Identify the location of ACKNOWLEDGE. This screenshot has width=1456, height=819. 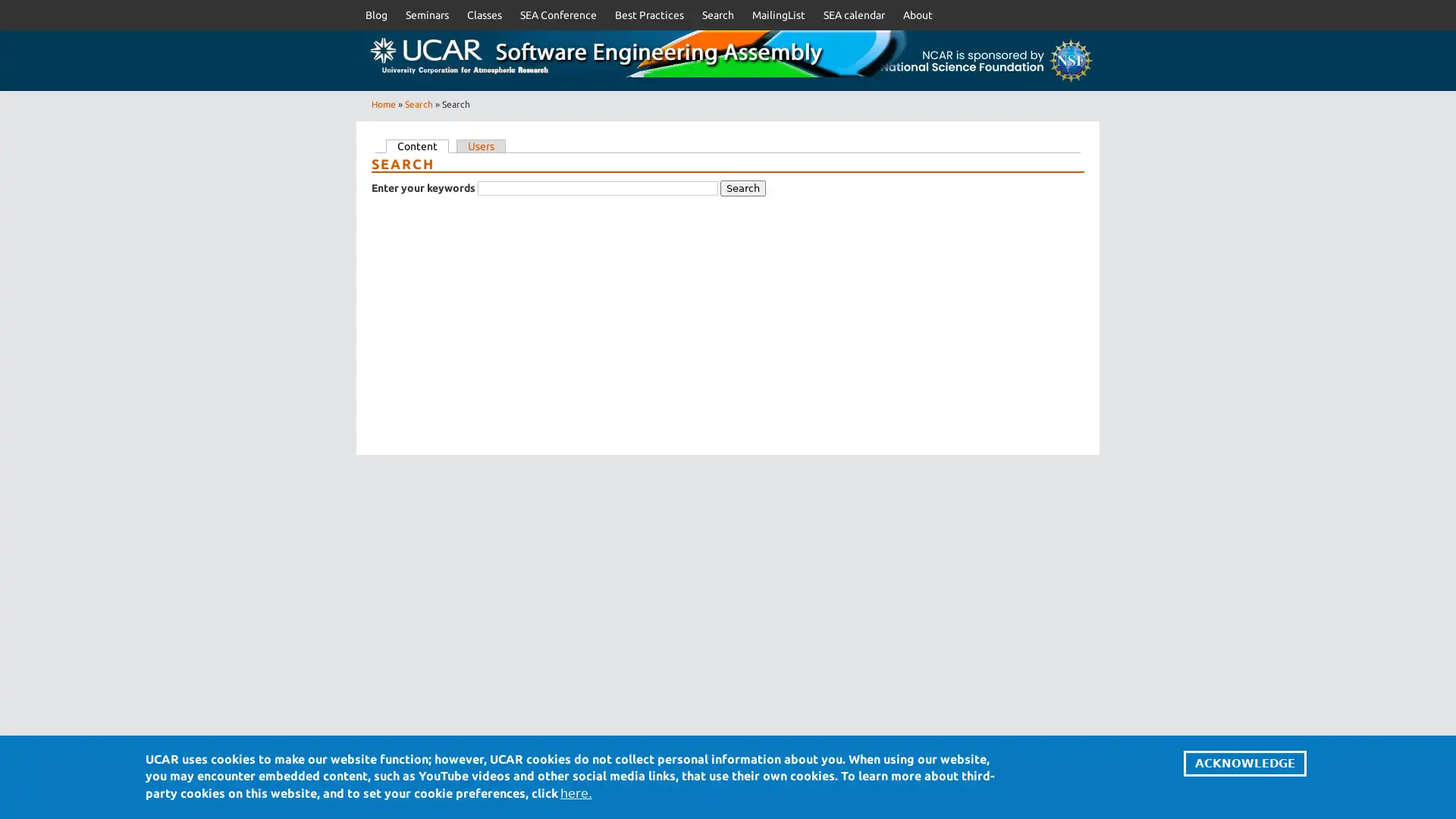
(1244, 763).